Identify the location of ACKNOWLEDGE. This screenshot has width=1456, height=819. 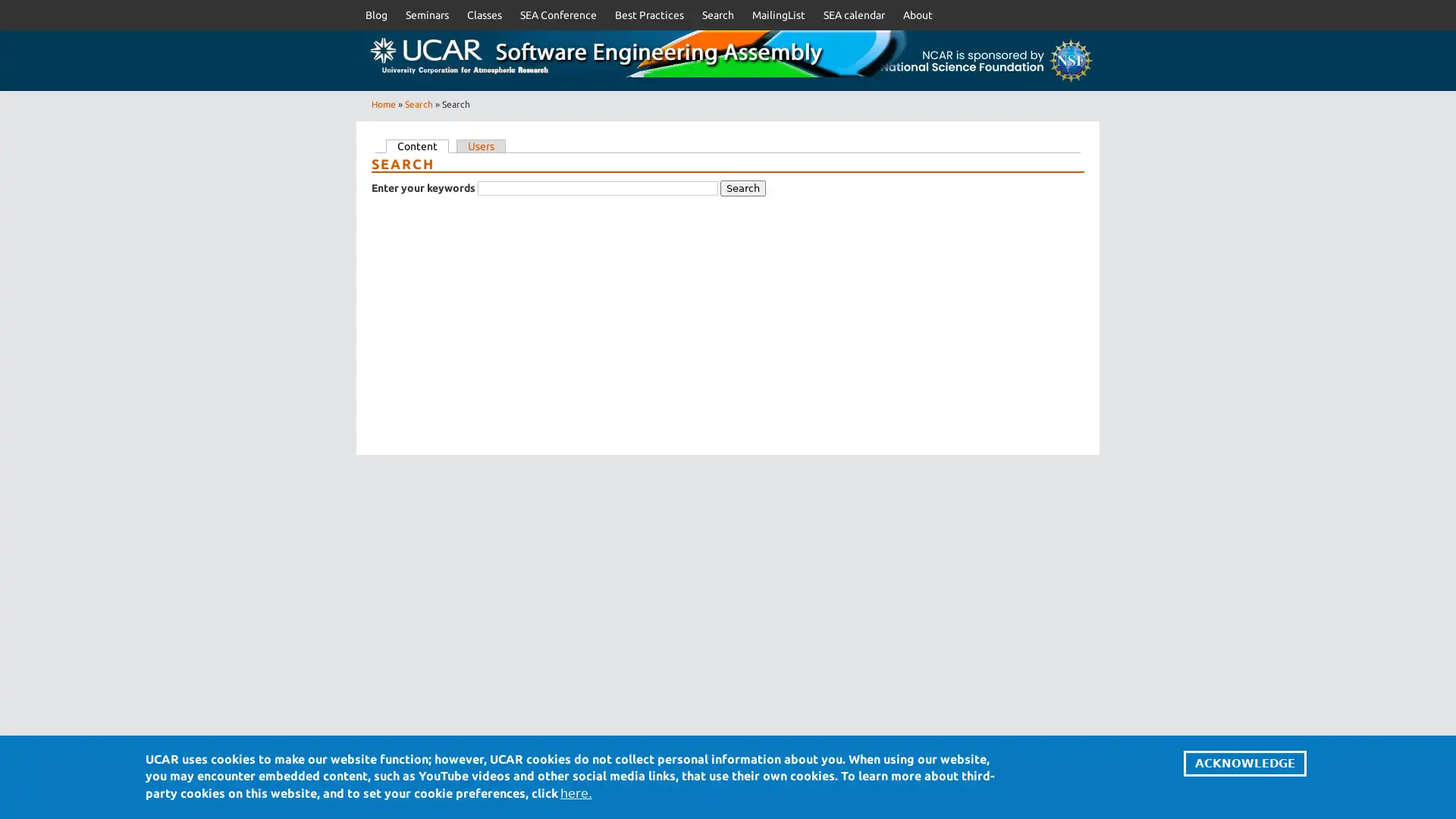
(1244, 763).